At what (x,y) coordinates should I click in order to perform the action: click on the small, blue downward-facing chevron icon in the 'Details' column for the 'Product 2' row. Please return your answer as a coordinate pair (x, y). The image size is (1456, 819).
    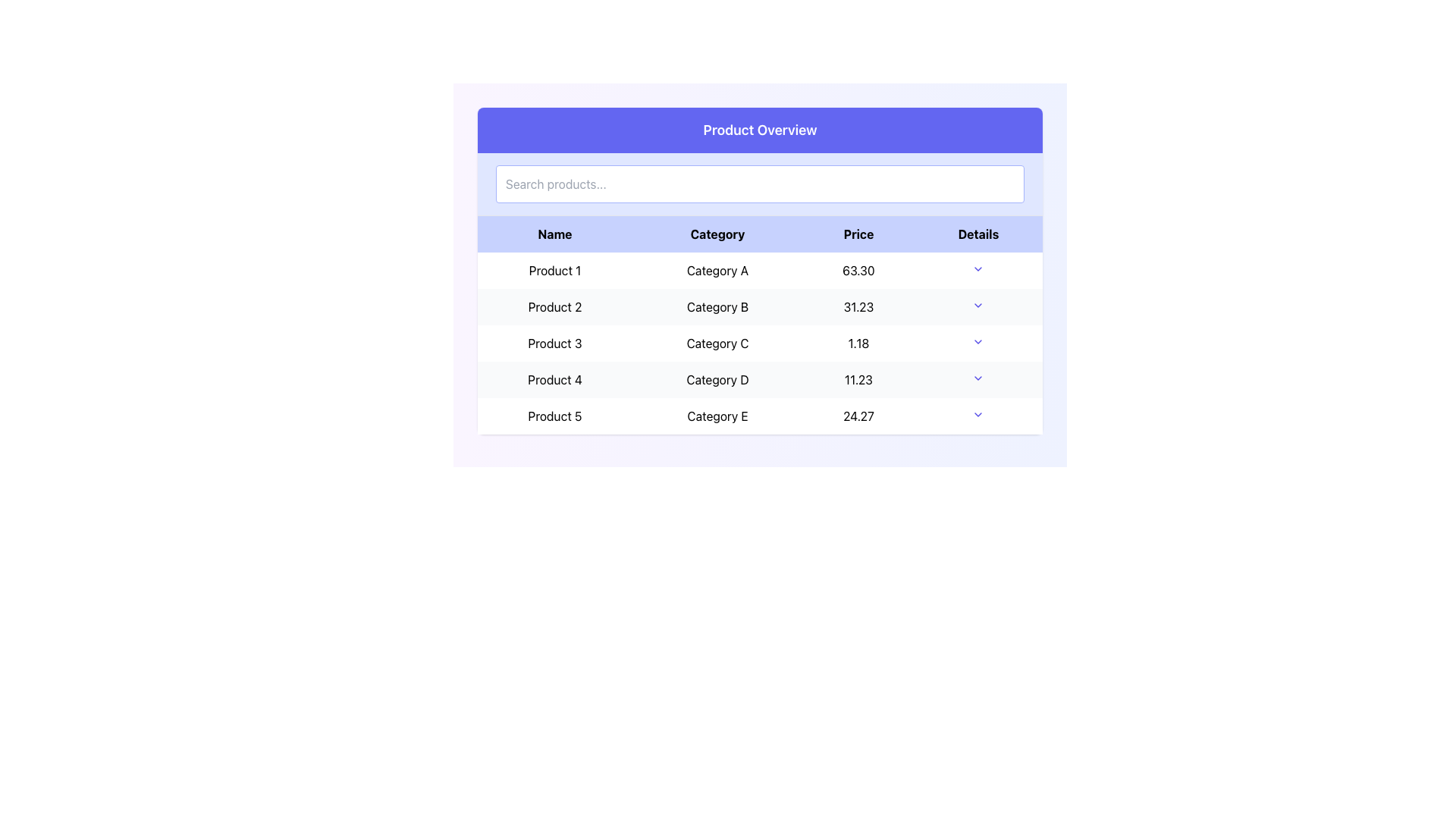
    Looking at the image, I should click on (978, 307).